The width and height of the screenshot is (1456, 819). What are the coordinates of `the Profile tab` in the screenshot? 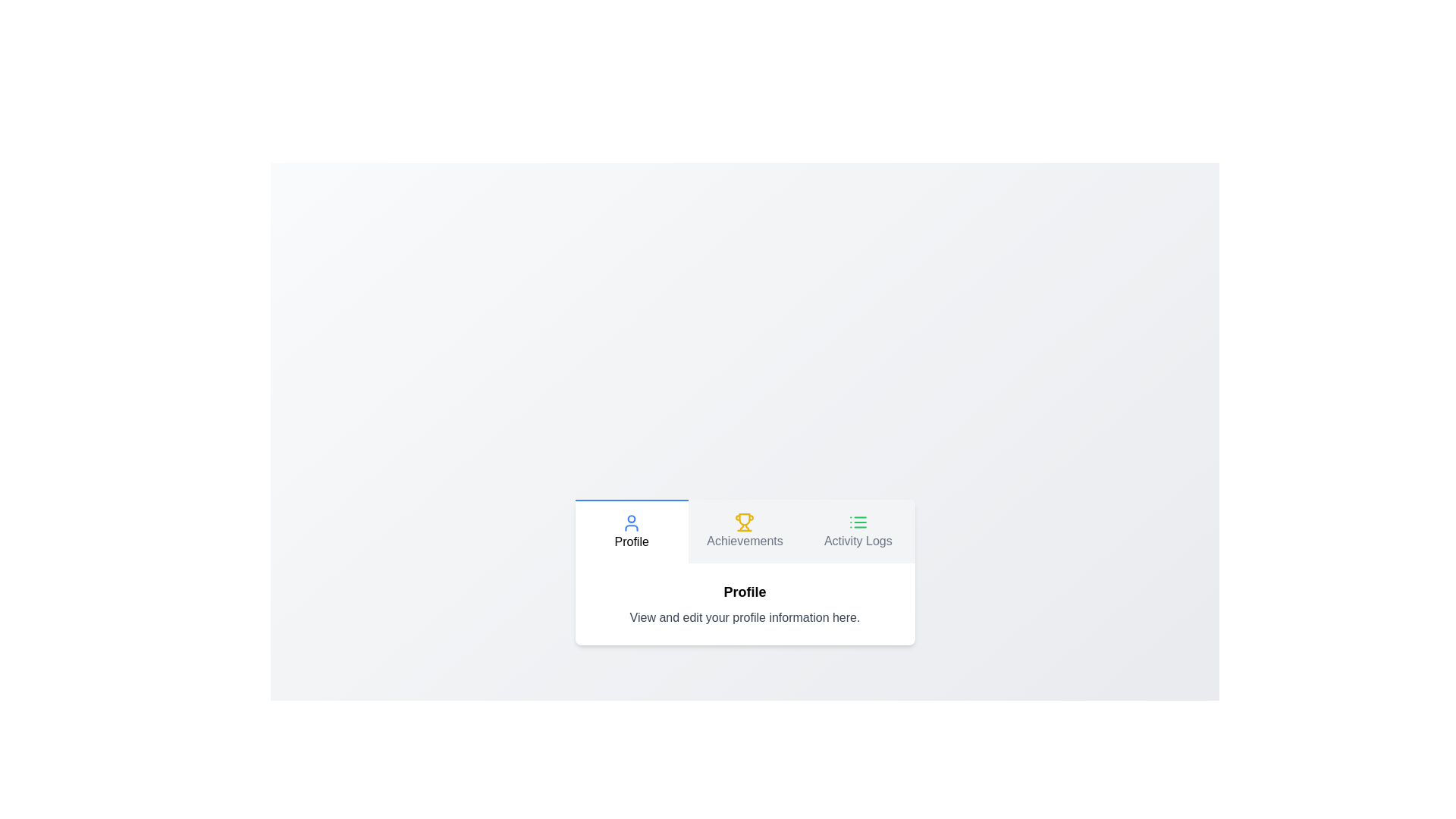 It's located at (632, 531).